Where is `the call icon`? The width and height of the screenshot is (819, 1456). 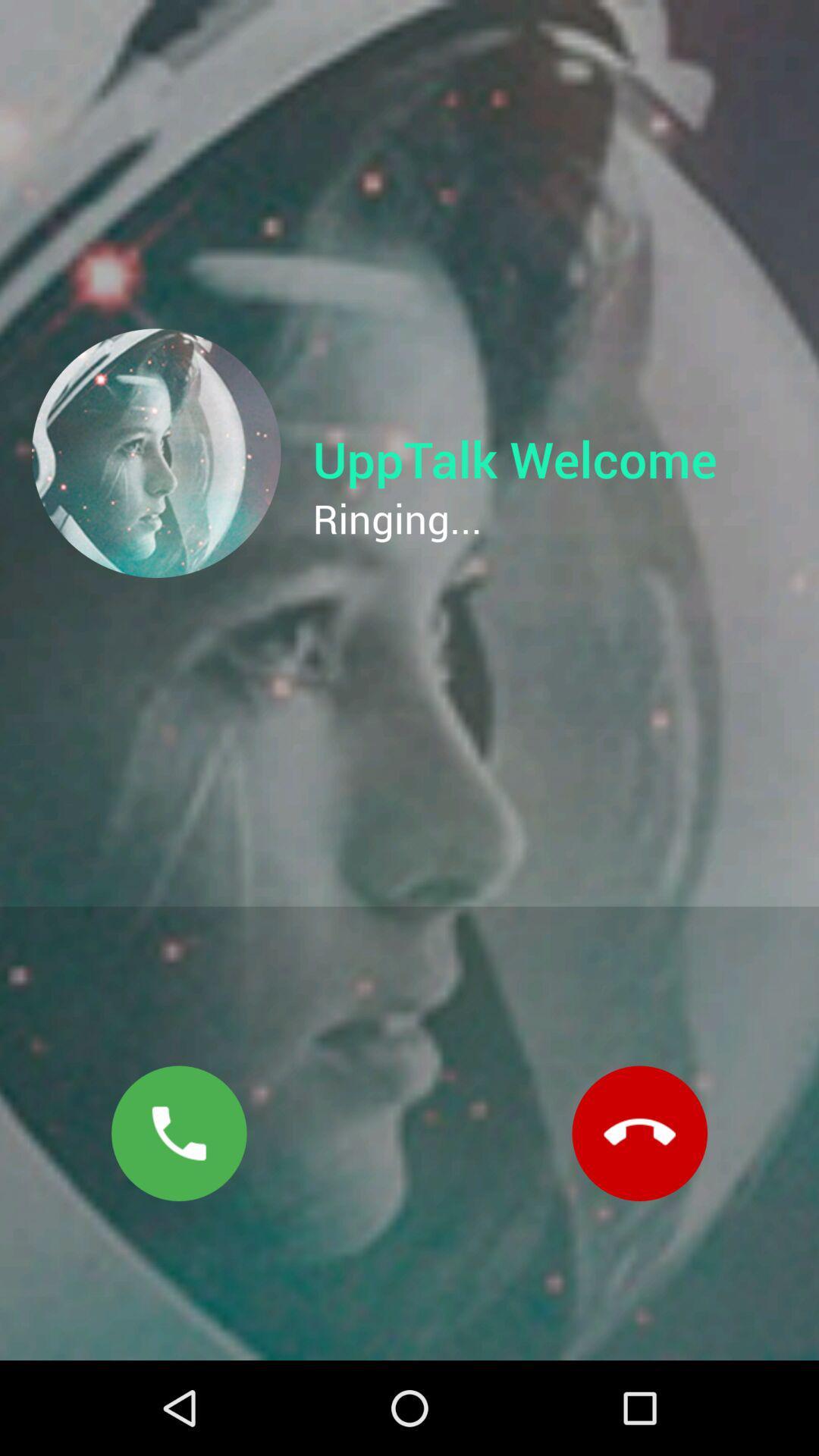
the call icon is located at coordinates (639, 1133).